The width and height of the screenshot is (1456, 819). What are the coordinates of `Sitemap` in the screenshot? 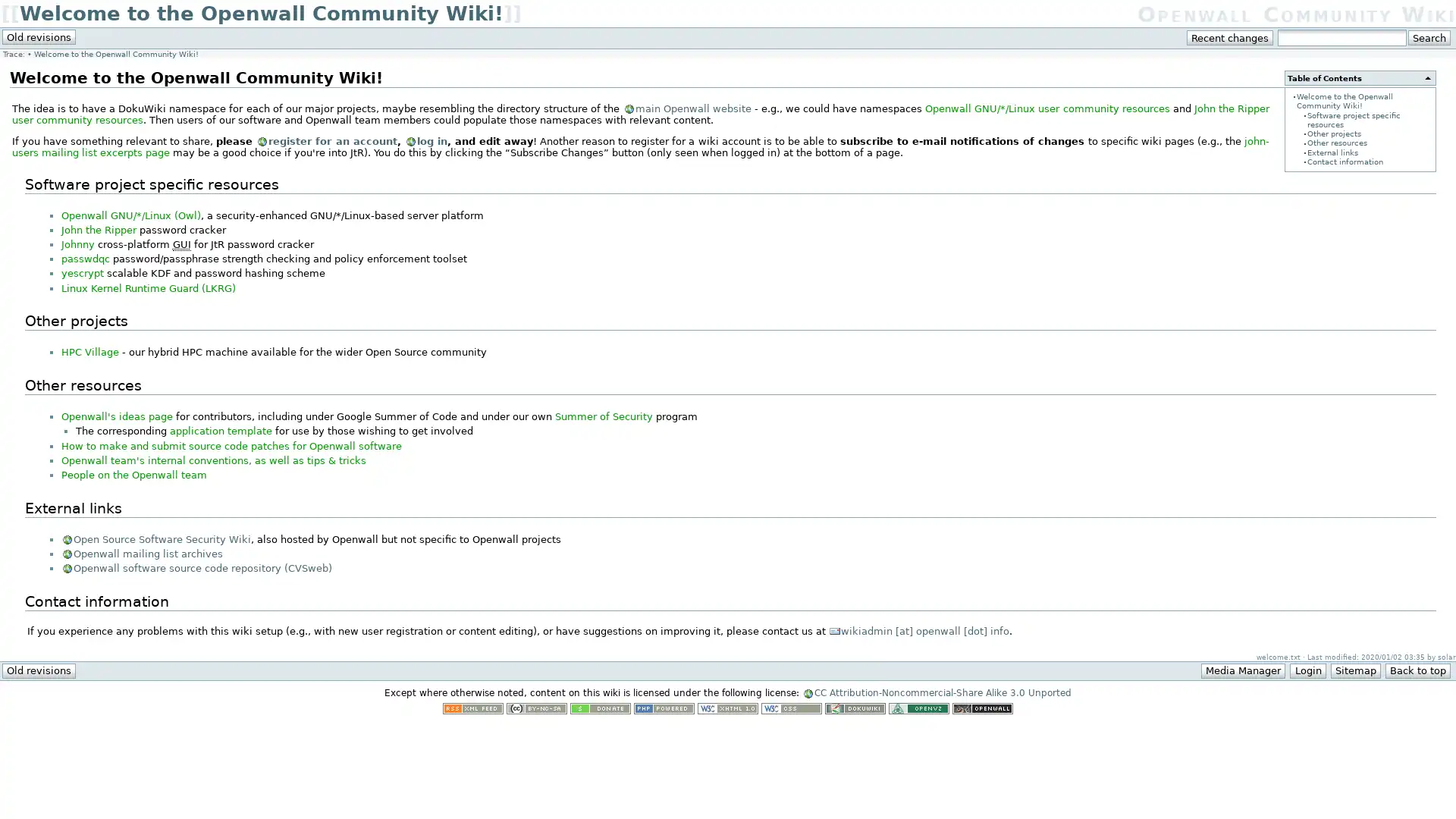 It's located at (1354, 670).